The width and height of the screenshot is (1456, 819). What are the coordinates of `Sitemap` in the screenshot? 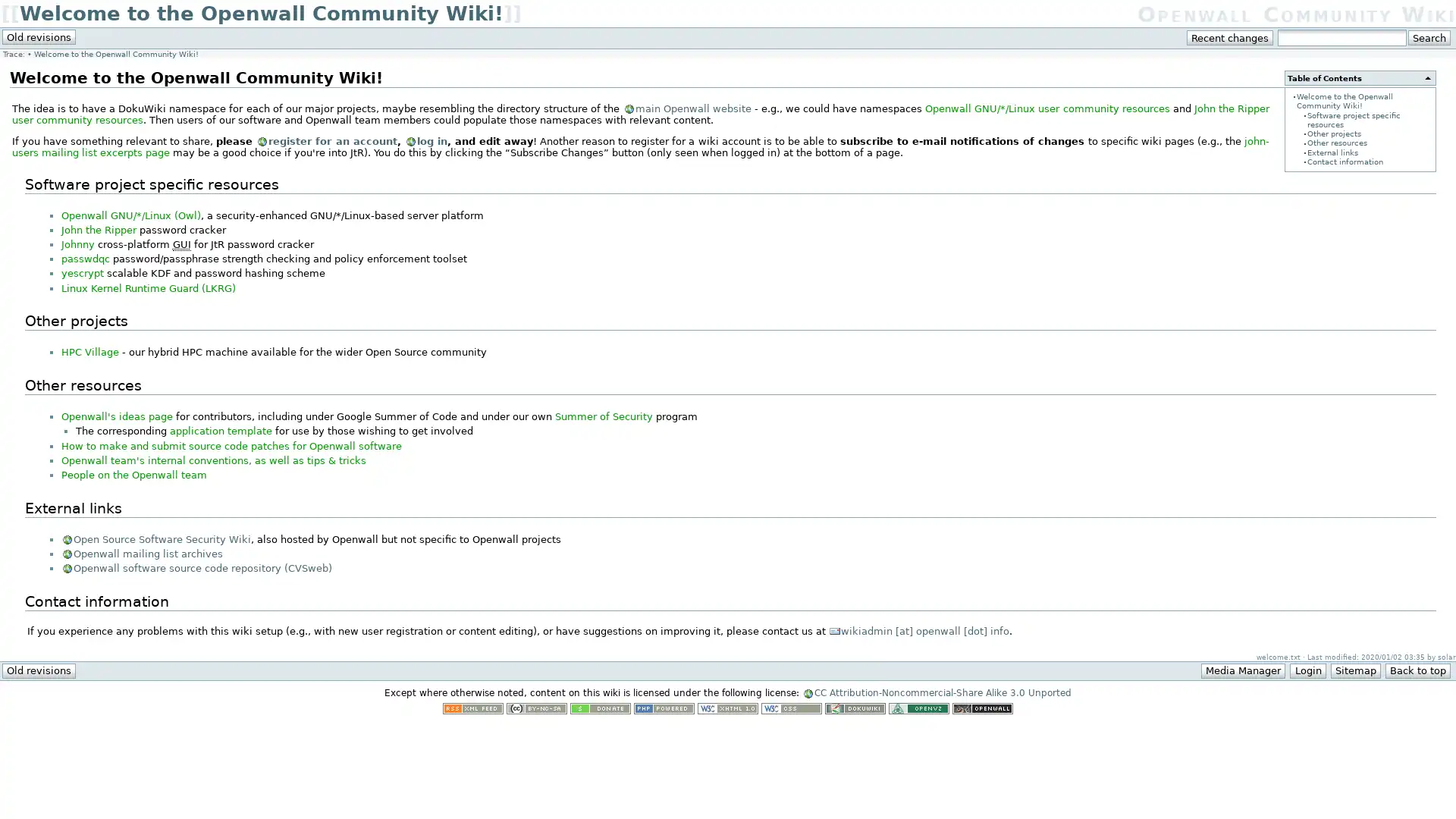 It's located at (1354, 670).